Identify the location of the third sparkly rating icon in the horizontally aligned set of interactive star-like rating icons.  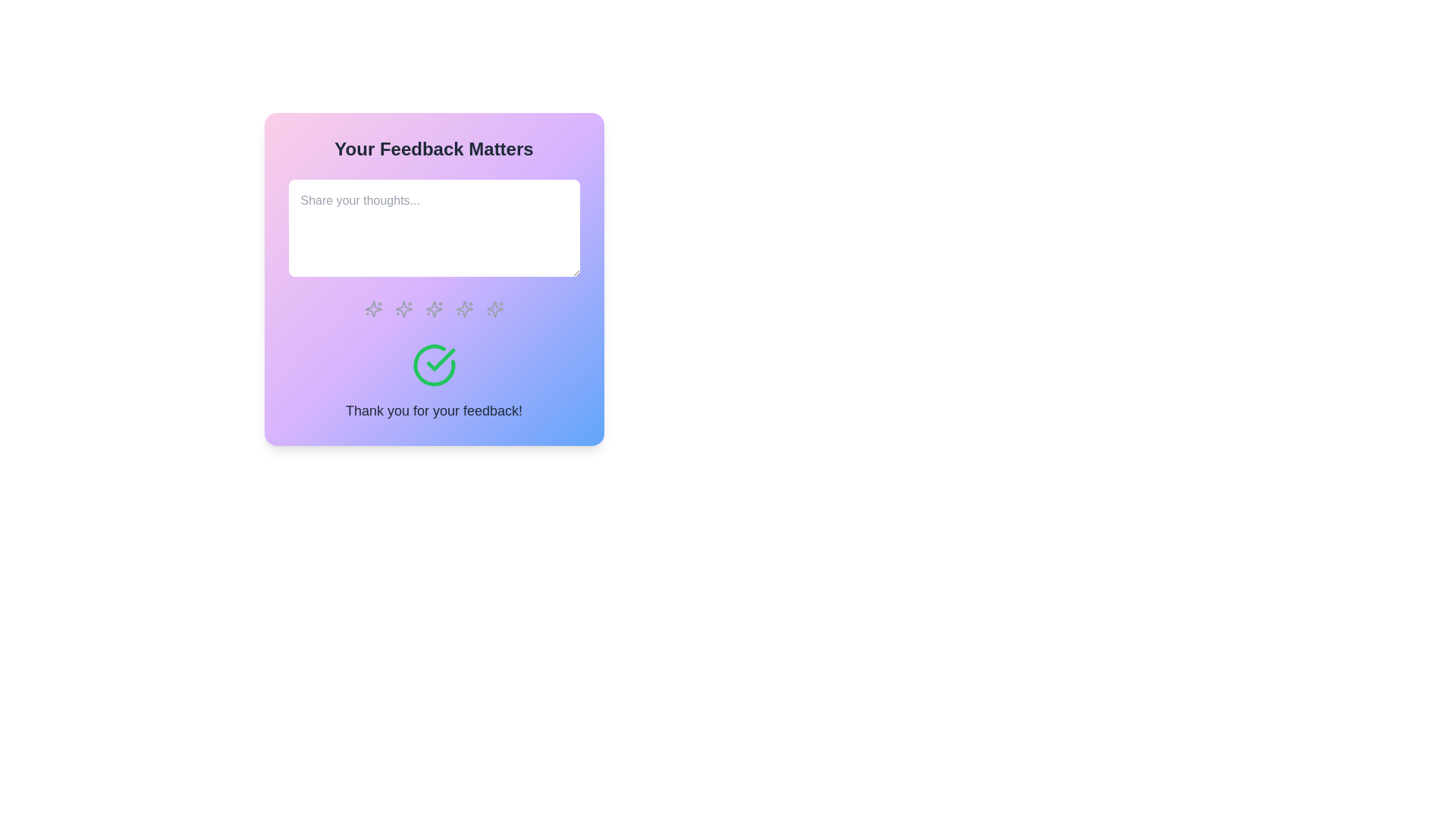
(433, 309).